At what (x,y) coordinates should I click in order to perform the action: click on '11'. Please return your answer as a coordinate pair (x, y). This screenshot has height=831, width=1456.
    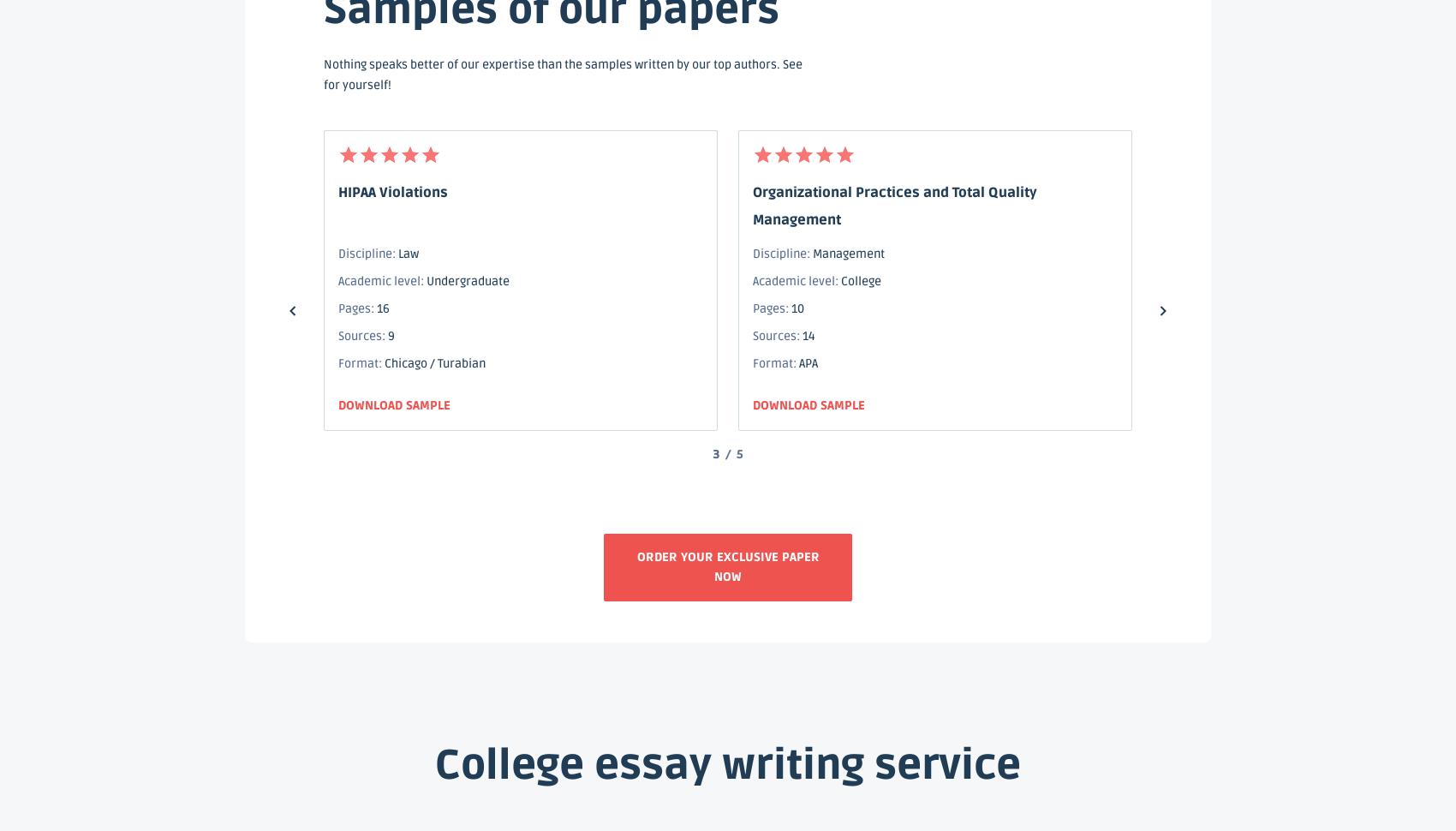
    Looking at the image, I should click on (1222, 335).